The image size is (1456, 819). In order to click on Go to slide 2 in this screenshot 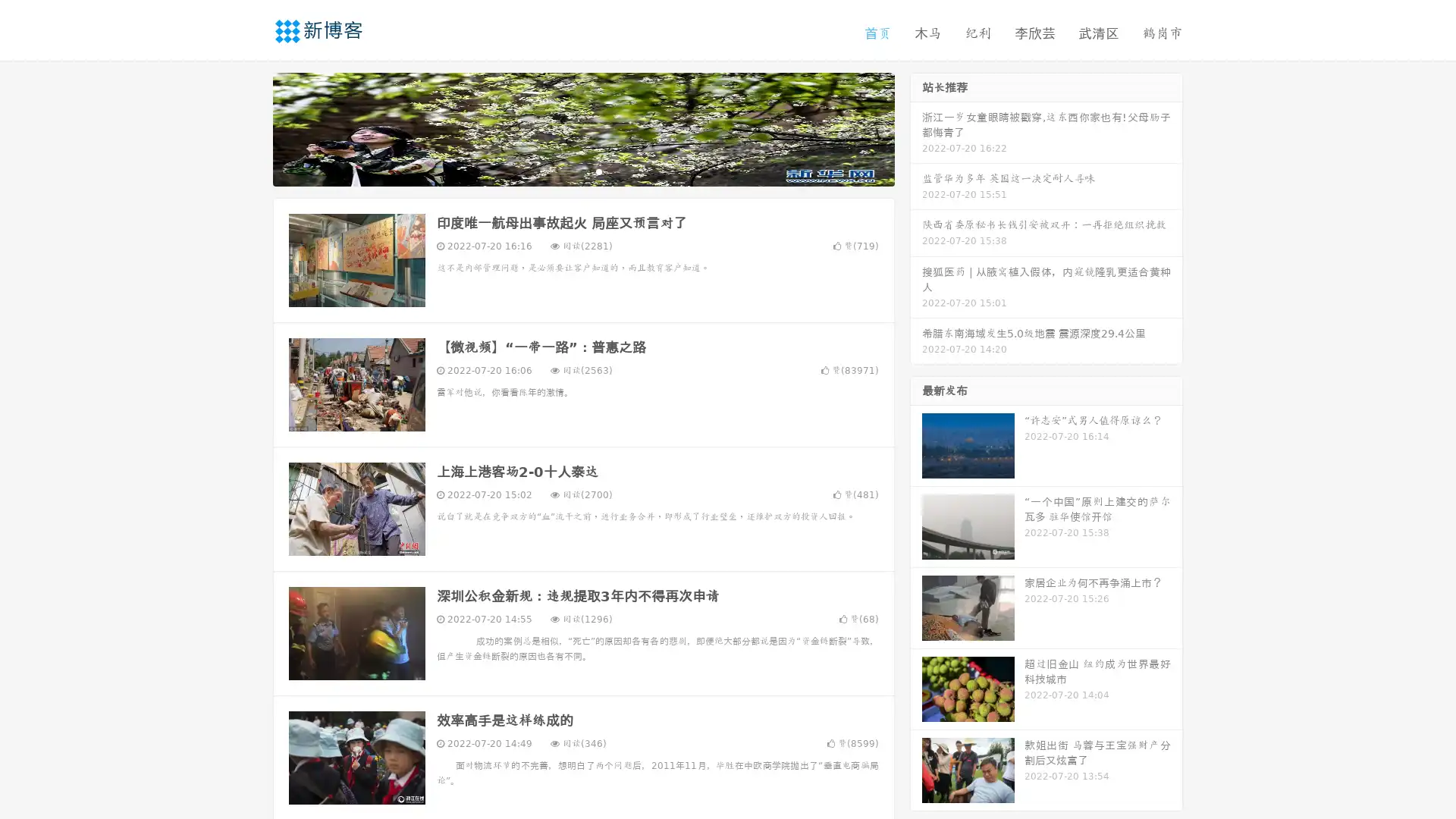, I will do `click(582, 171)`.